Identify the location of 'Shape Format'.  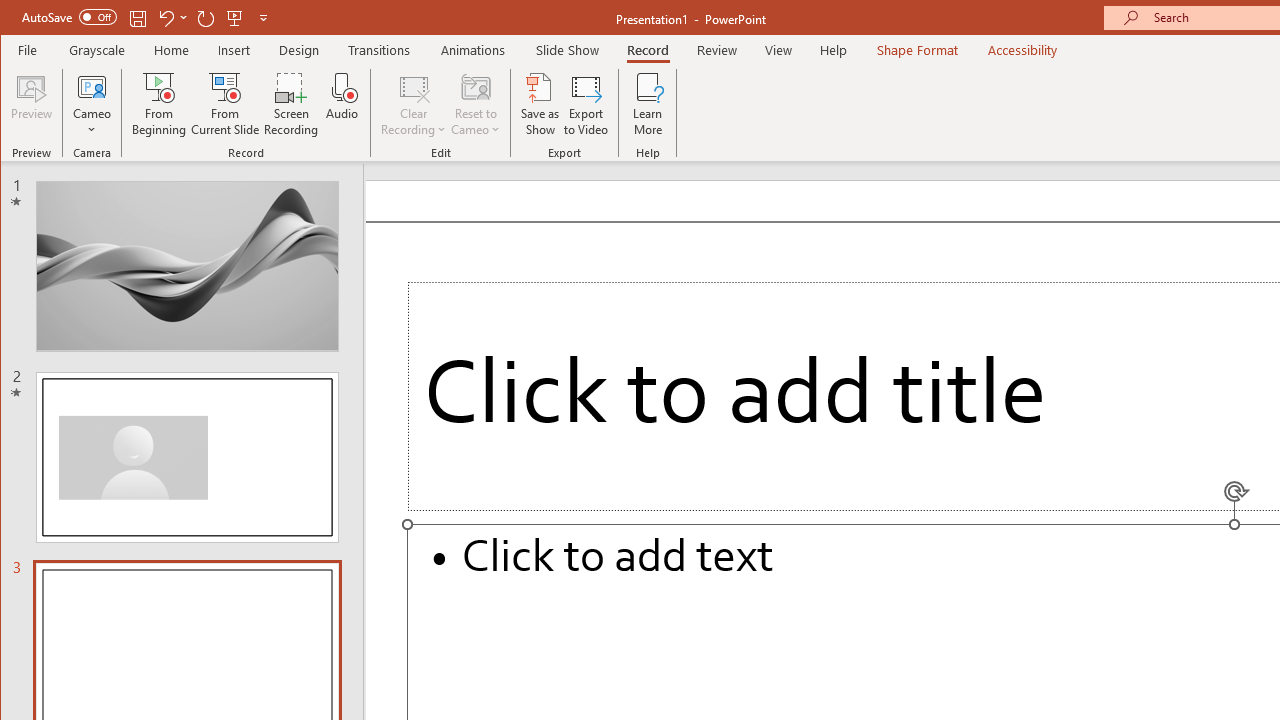
(916, 49).